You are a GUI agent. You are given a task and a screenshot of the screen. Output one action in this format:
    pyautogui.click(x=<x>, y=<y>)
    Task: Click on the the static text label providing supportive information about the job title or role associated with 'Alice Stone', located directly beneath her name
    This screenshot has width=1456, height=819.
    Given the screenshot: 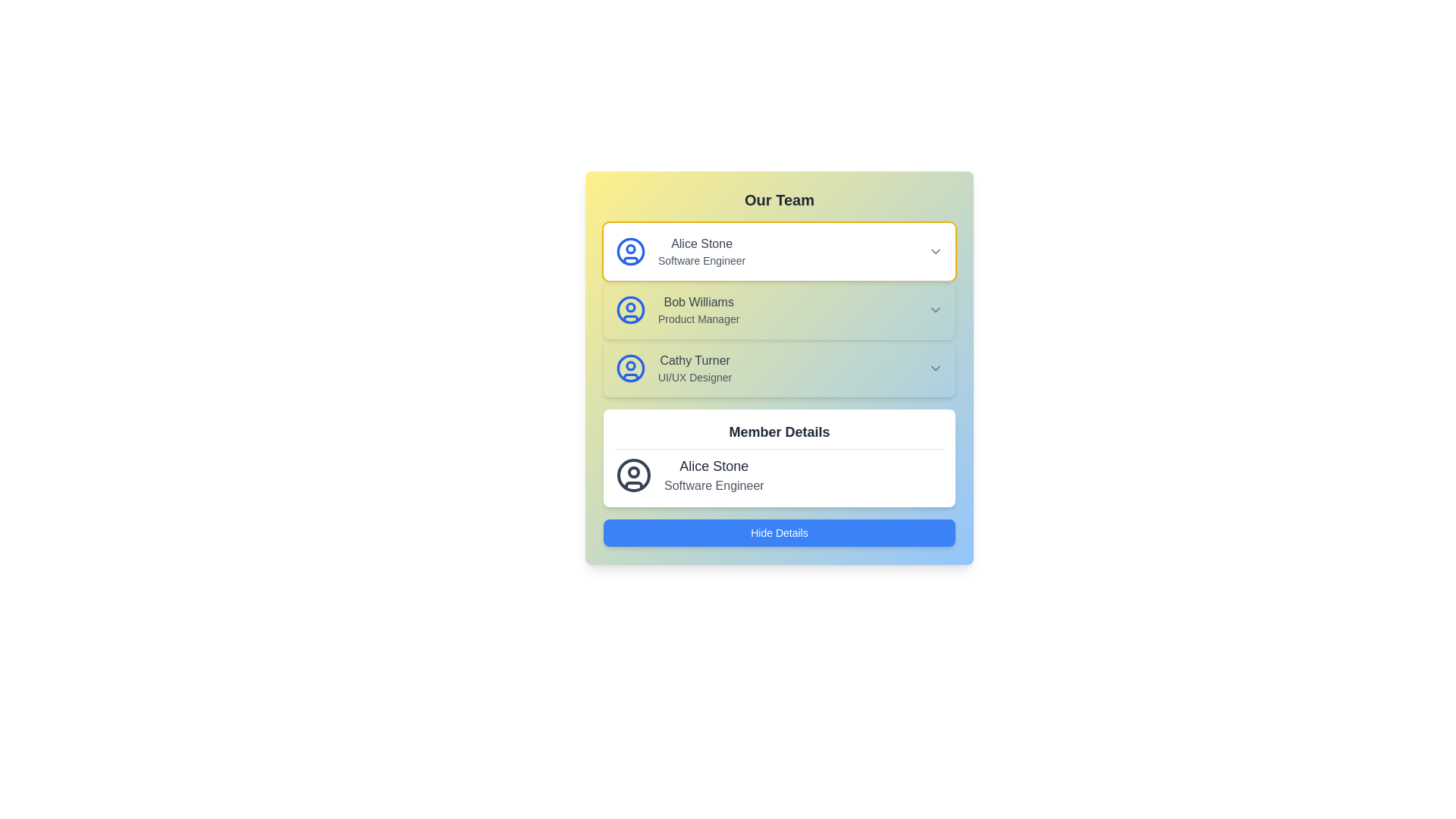 What is the action you would take?
    pyautogui.click(x=701, y=259)
    